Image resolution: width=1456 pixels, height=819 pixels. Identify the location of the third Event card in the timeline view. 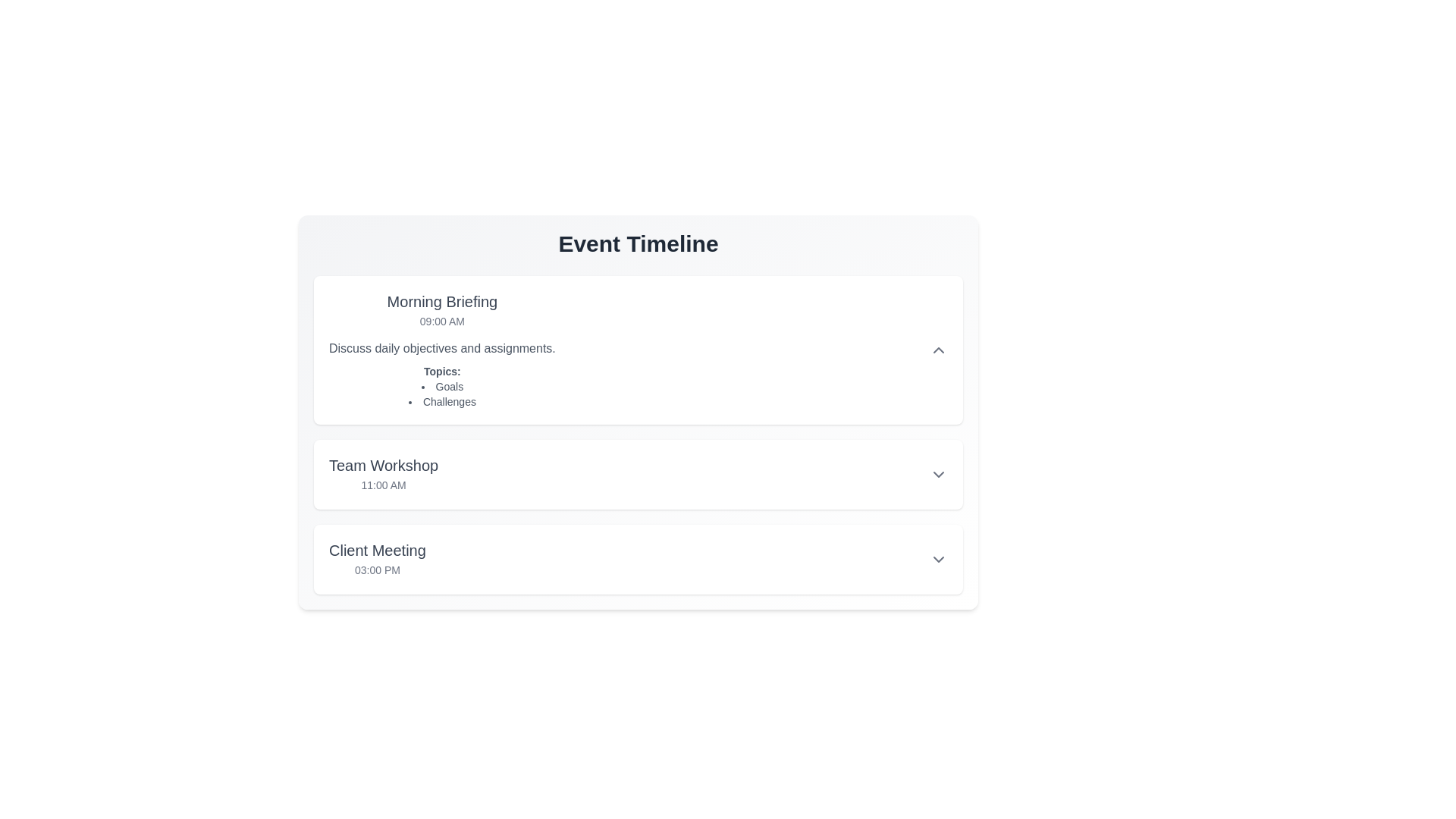
(638, 559).